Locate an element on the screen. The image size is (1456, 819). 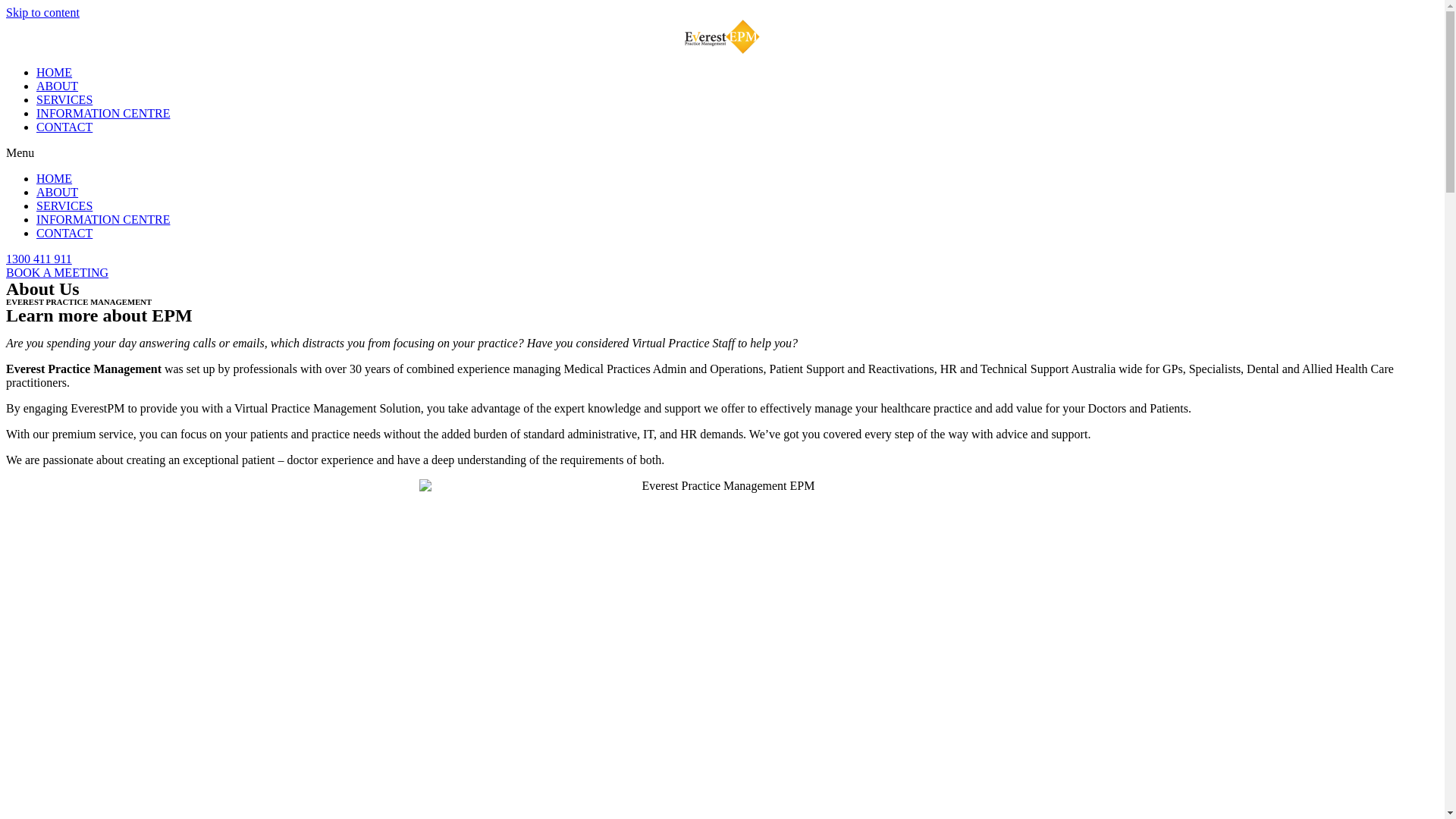
'HOME' is located at coordinates (54, 177).